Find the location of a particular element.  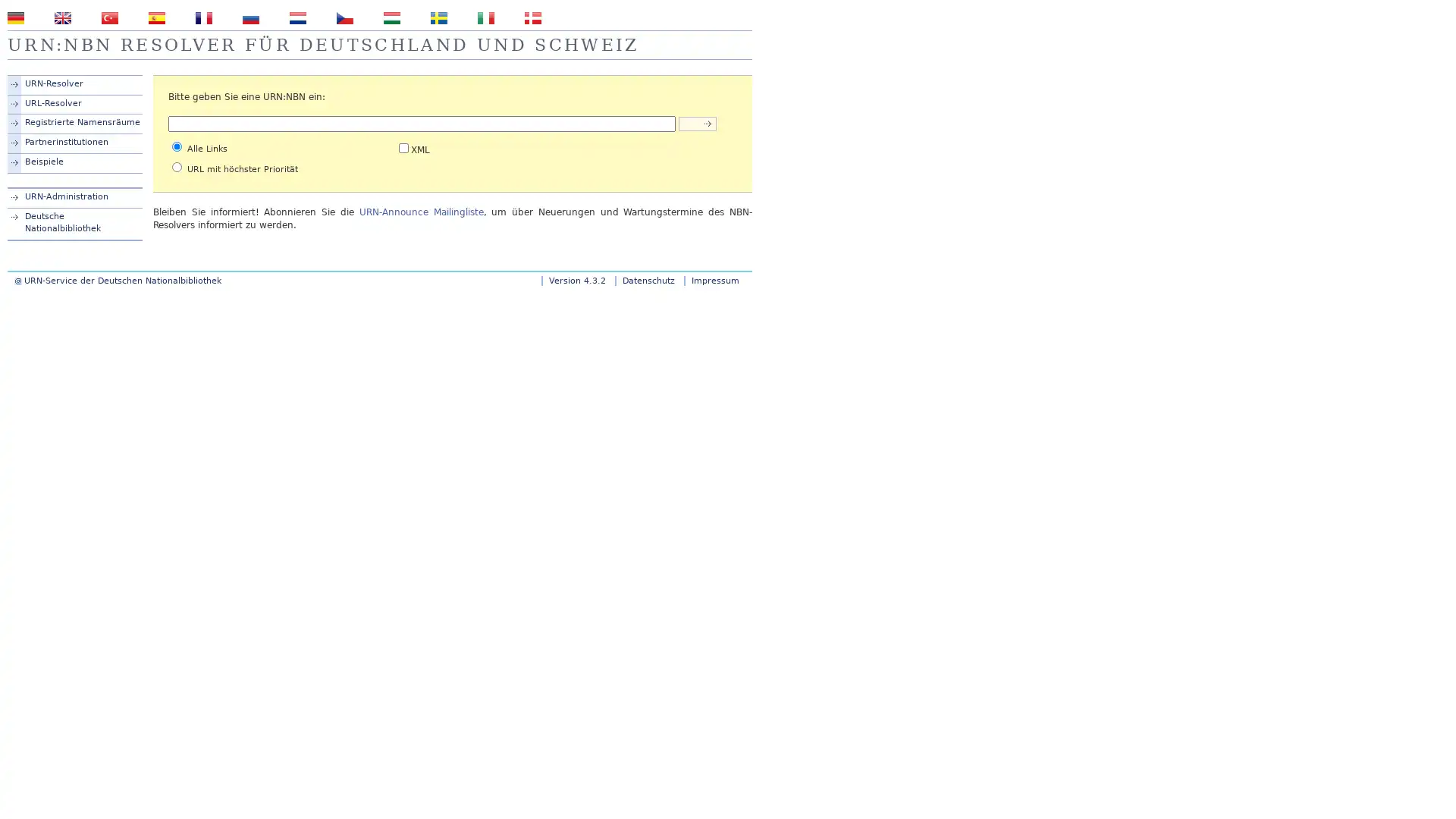

es is located at coordinates (156, 17).